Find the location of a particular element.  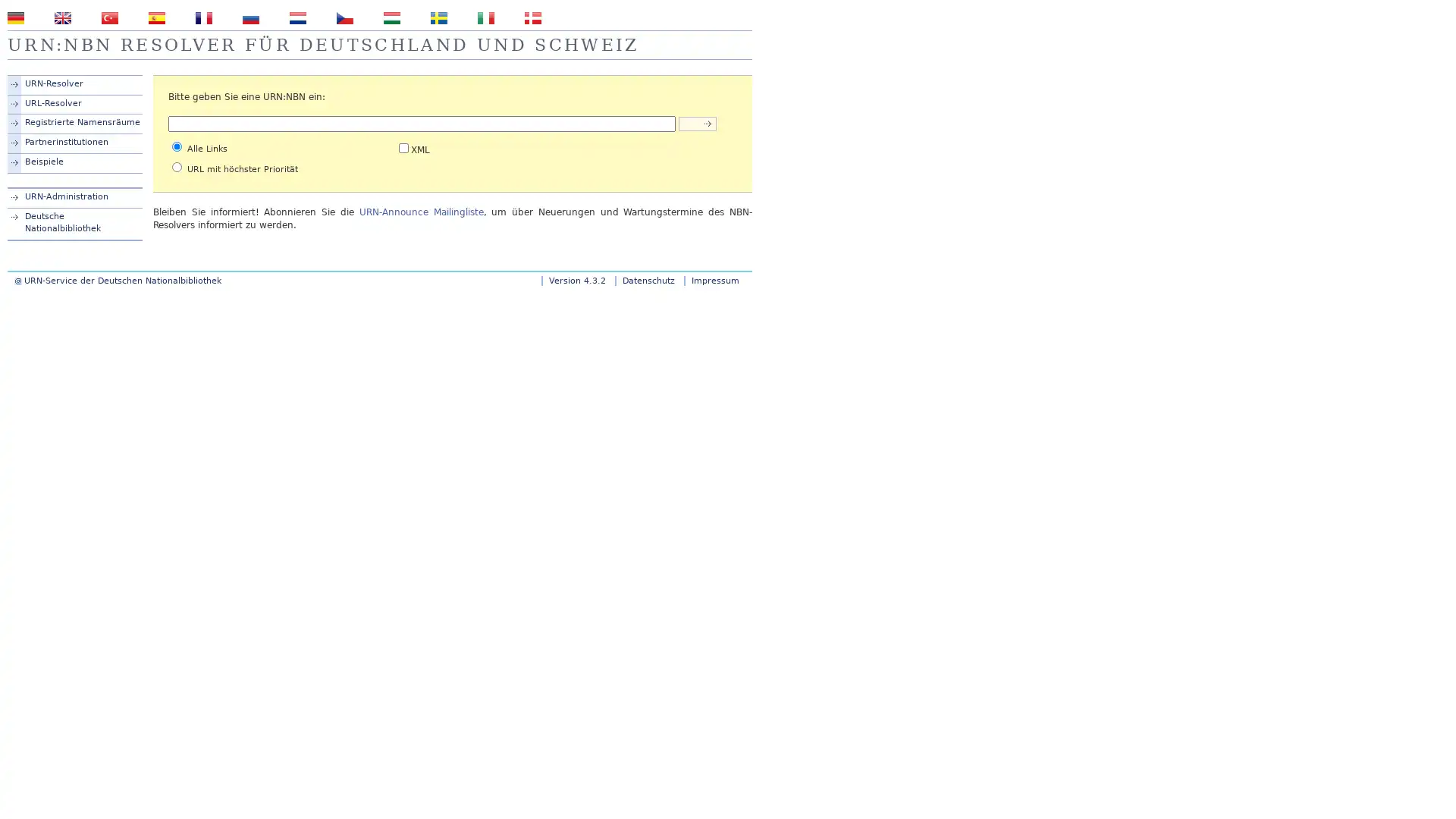

es is located at coordinates (156, 17).